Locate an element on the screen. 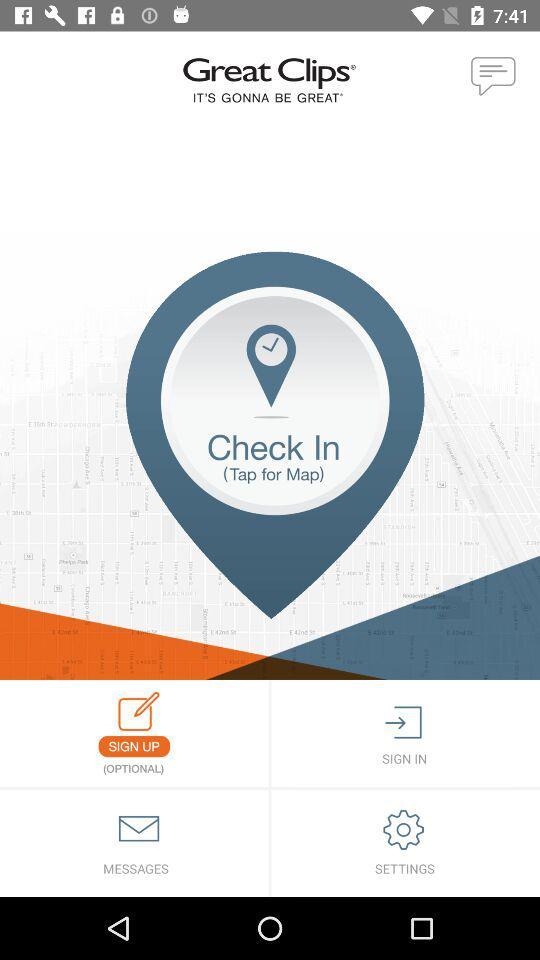 Image resolution: width=540 pixels, height=960 pixels. chat is located at coordinates (493, 77).